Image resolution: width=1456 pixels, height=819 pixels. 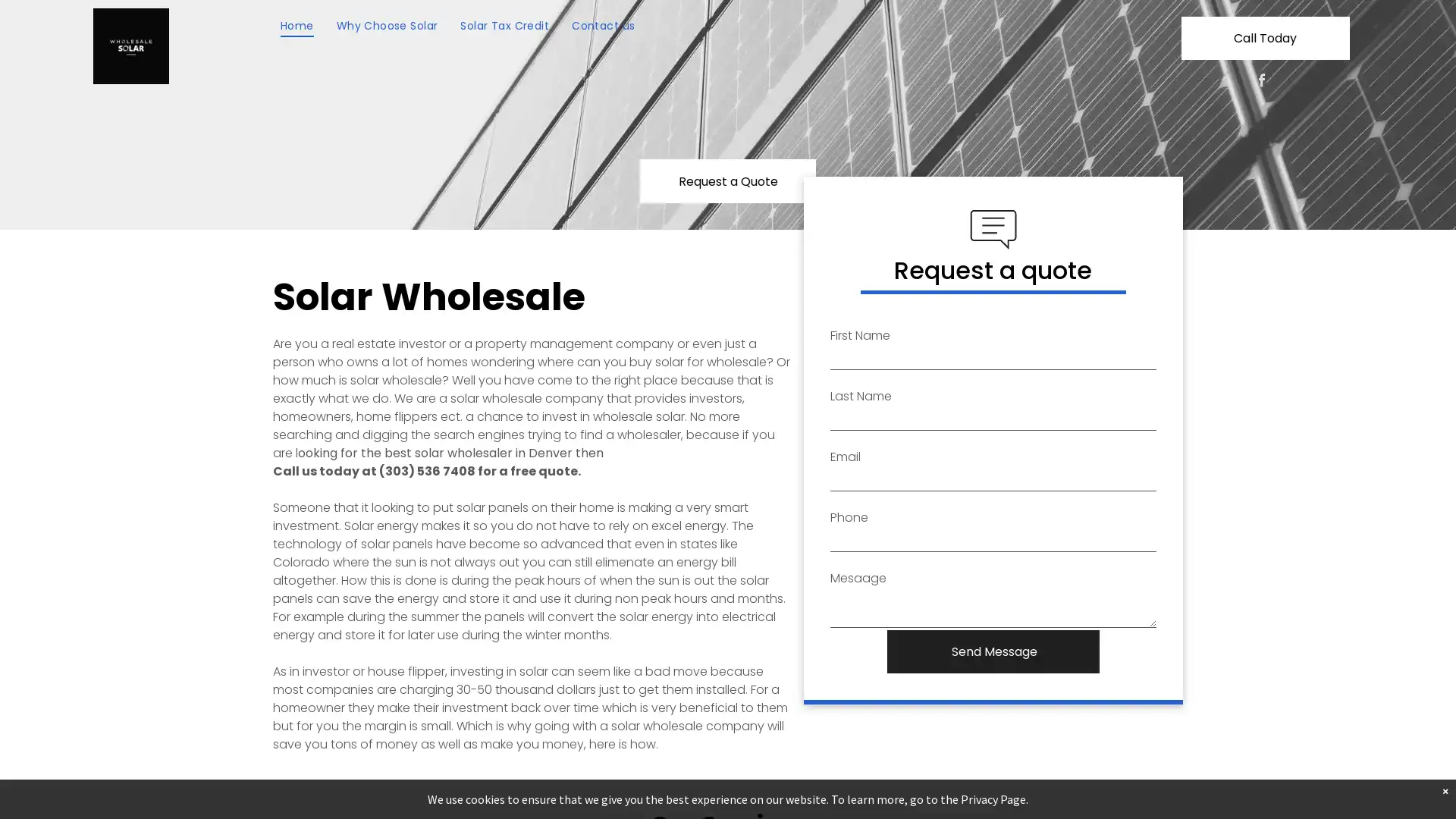 What do you see at coordinates (994, 651) in the screenshot?
I see `Send Message` at bounding box center [994, 651].